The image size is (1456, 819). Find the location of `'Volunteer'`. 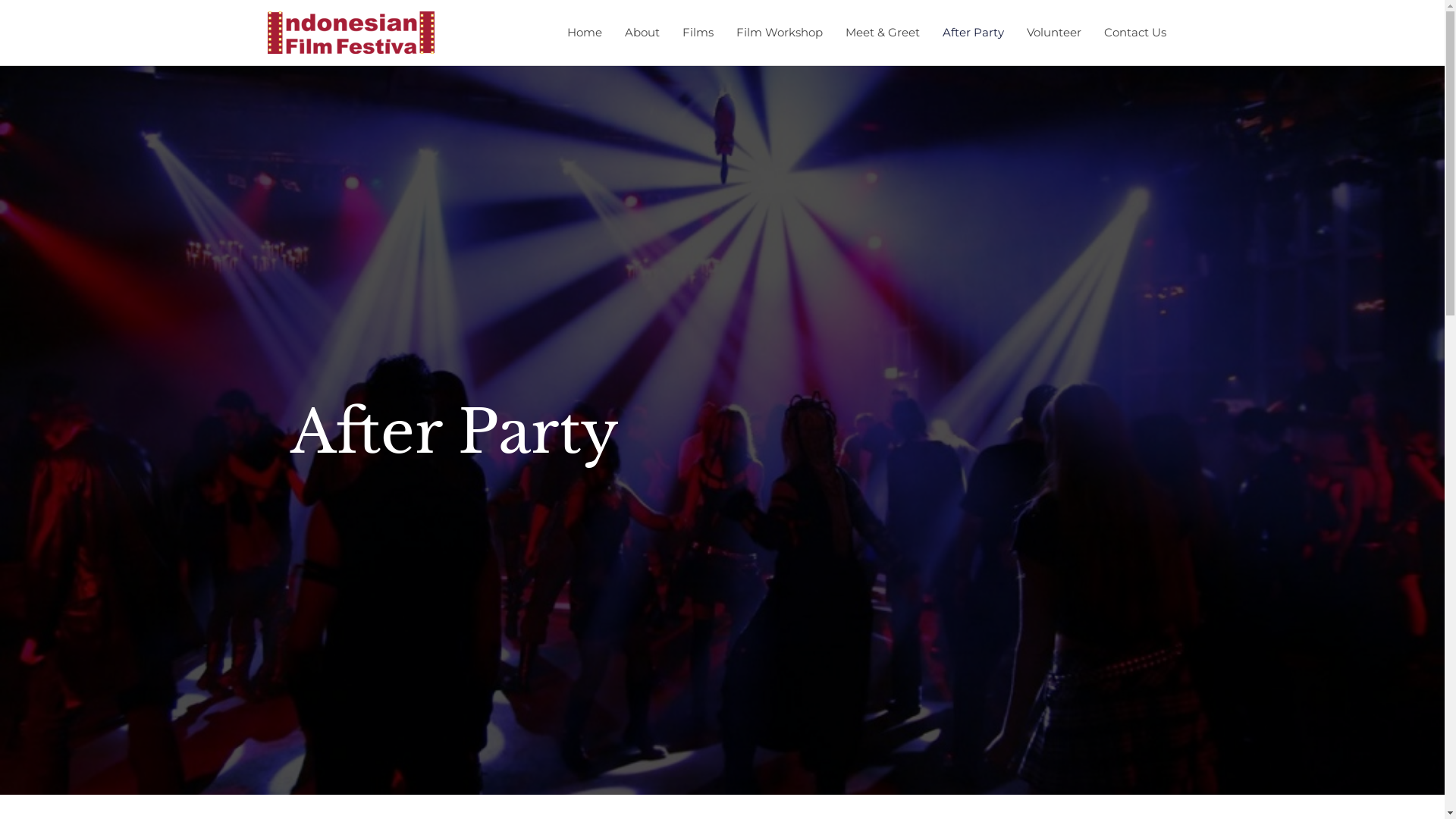

'Volunteer' is located at coordinates (1052, 32).